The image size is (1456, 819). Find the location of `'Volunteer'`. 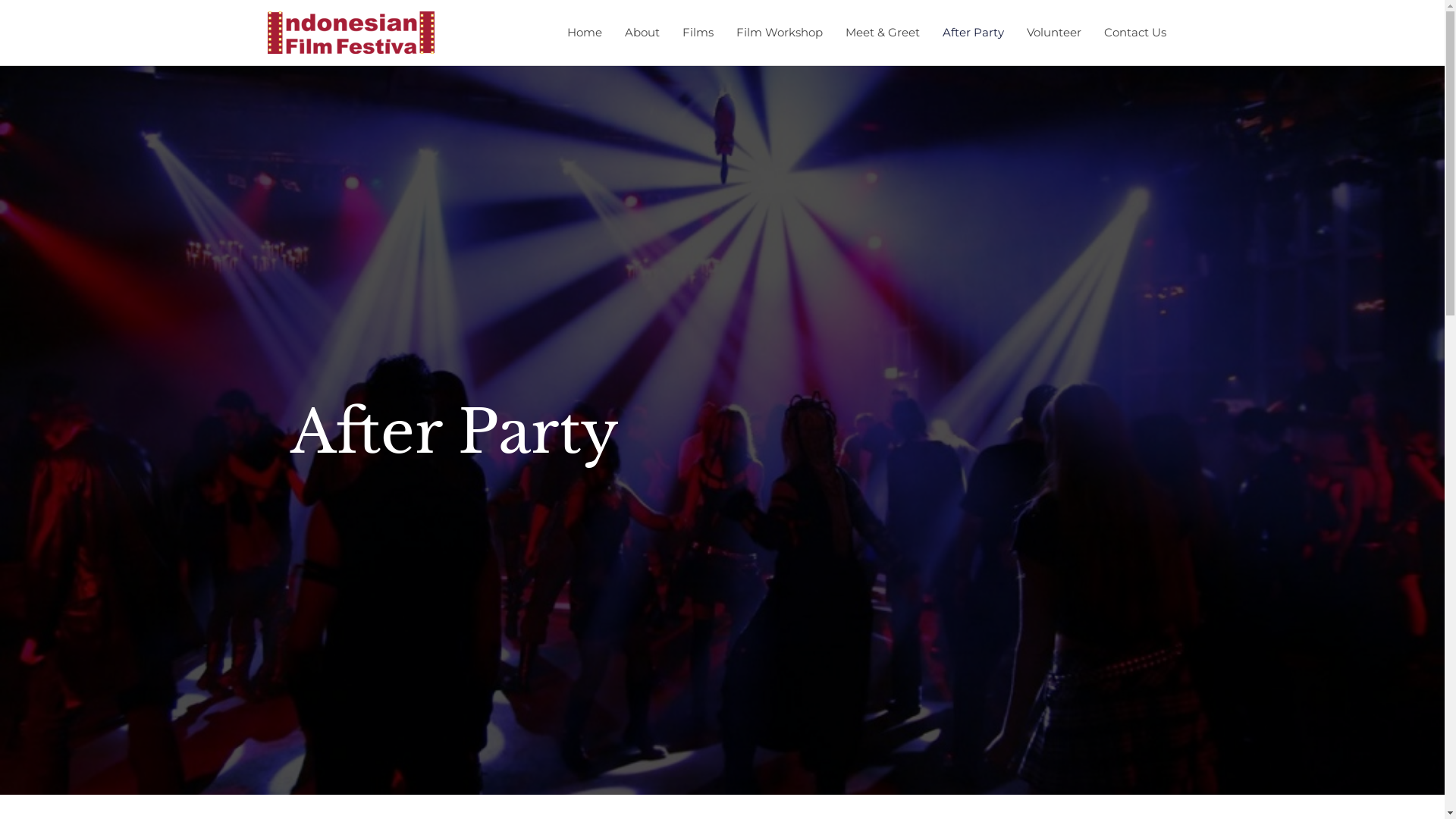

'Volunteer' is located at coordinates (1052, 32).